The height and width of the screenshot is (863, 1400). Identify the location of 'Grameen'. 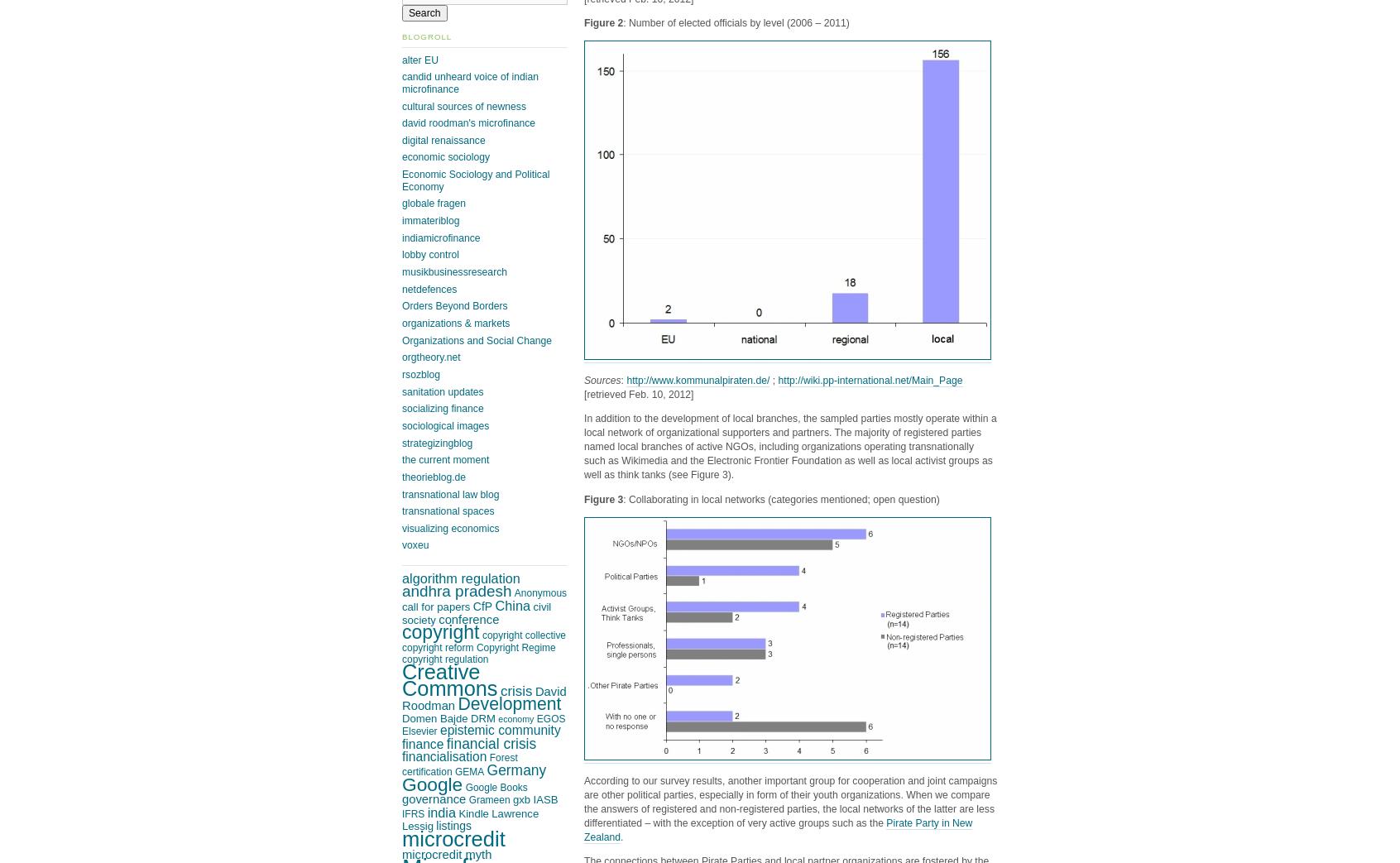
(488, 798).